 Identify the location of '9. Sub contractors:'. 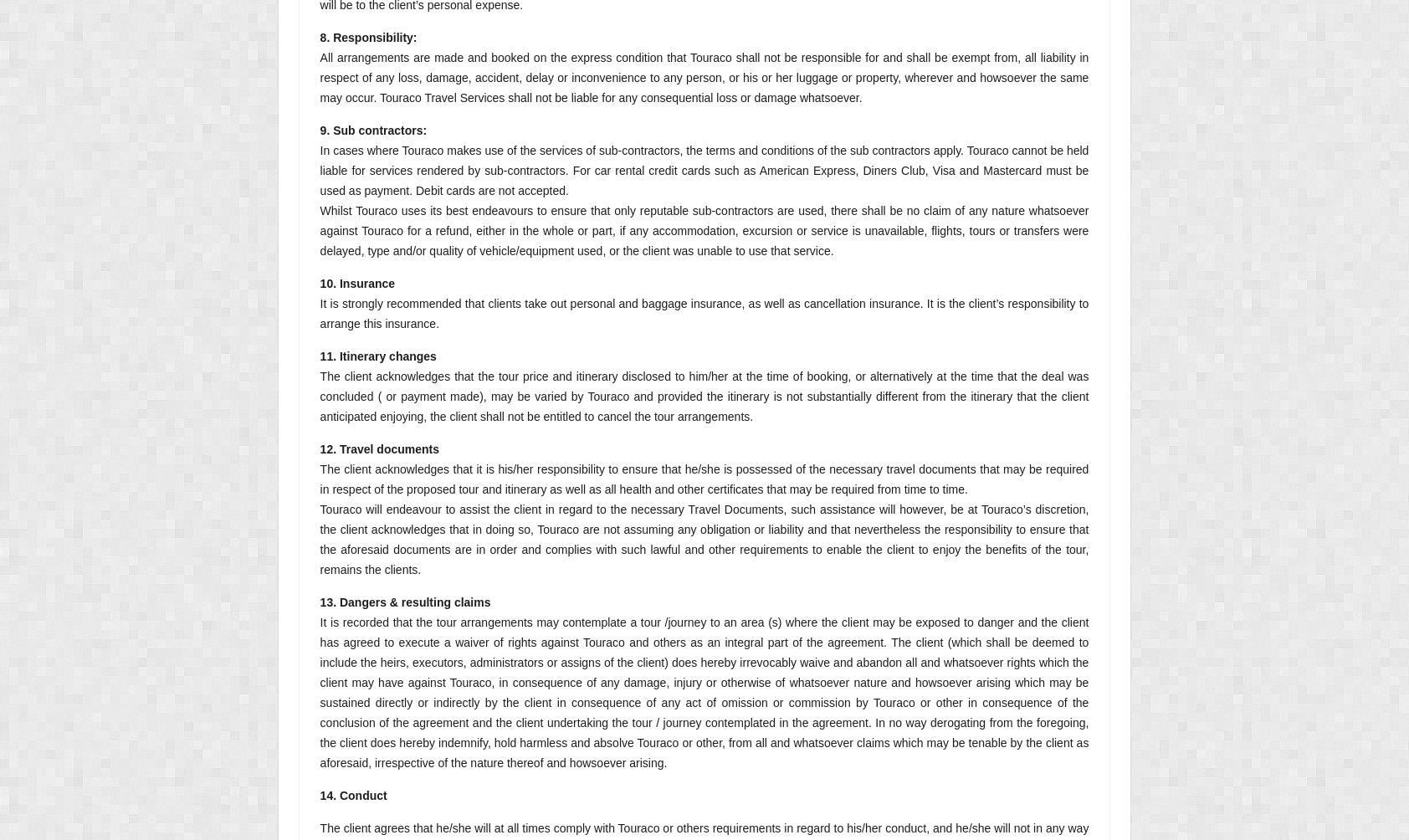
(371, 130).